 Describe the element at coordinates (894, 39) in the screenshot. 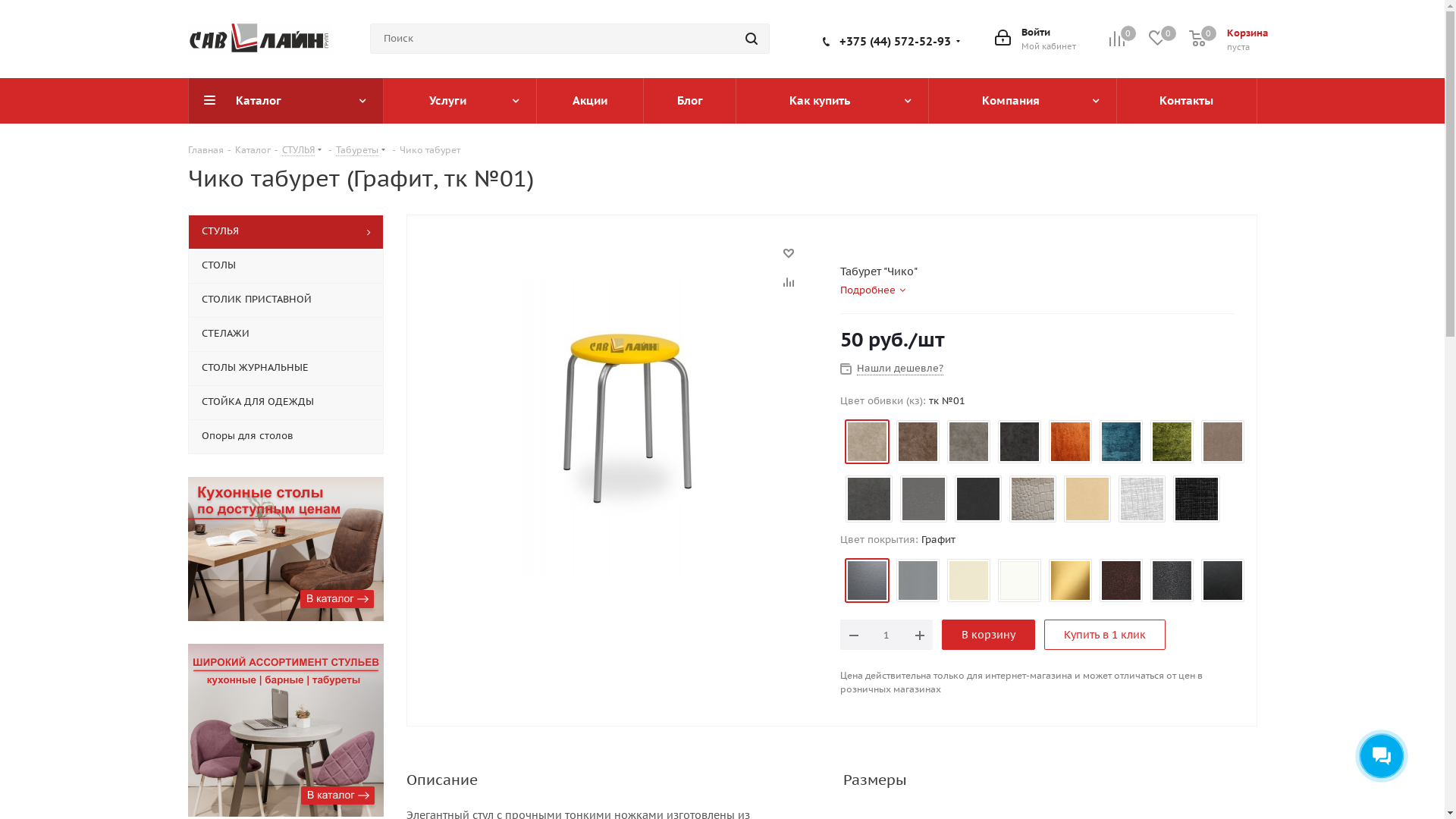

I see `'+375 (44) 572-52-93'` at that location.